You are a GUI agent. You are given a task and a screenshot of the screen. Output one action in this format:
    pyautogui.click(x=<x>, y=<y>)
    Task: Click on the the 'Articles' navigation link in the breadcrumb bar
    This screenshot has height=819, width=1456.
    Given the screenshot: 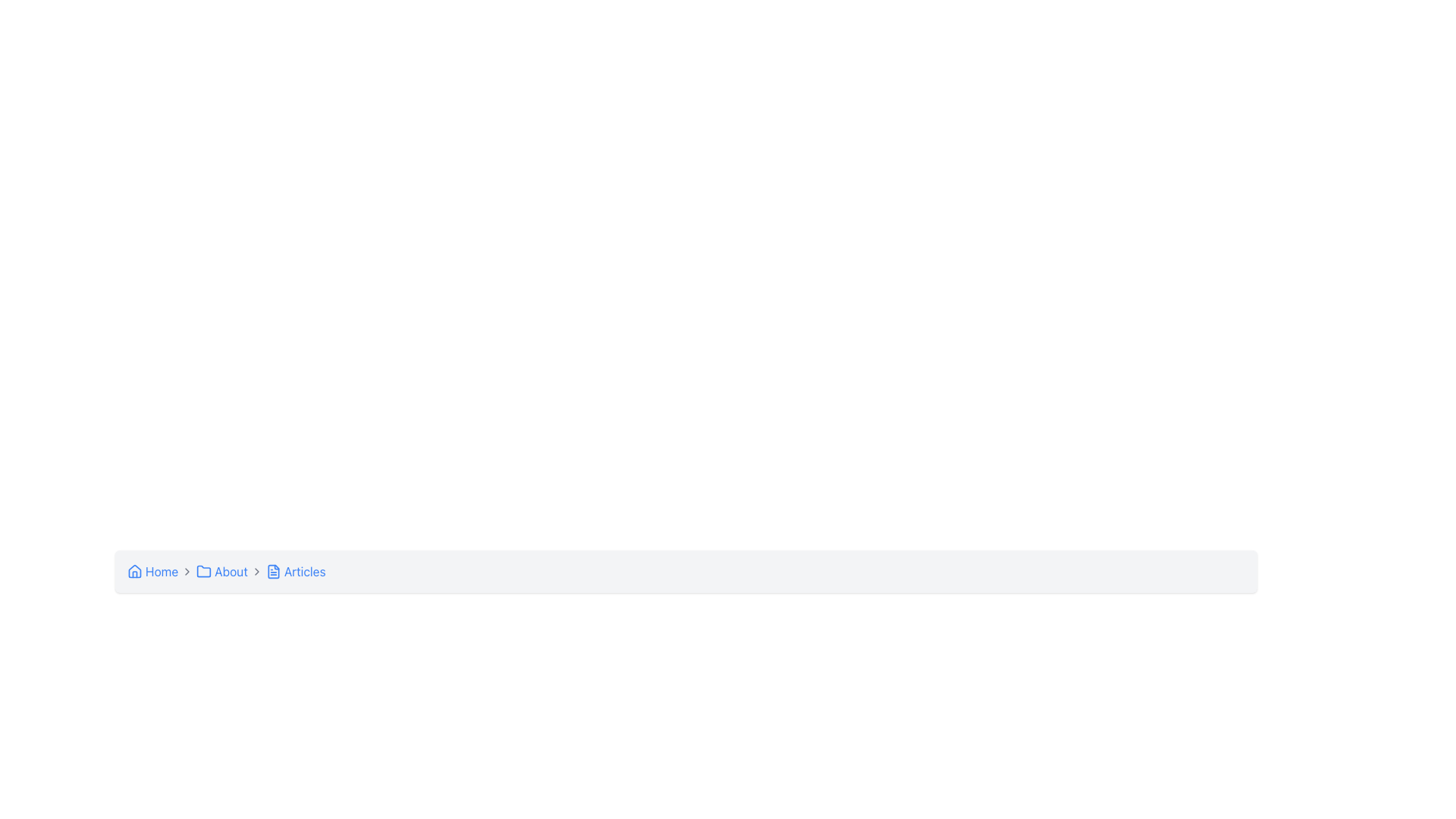 What is the action you would take?
    pyautogui.click(x=296, y=571)
    